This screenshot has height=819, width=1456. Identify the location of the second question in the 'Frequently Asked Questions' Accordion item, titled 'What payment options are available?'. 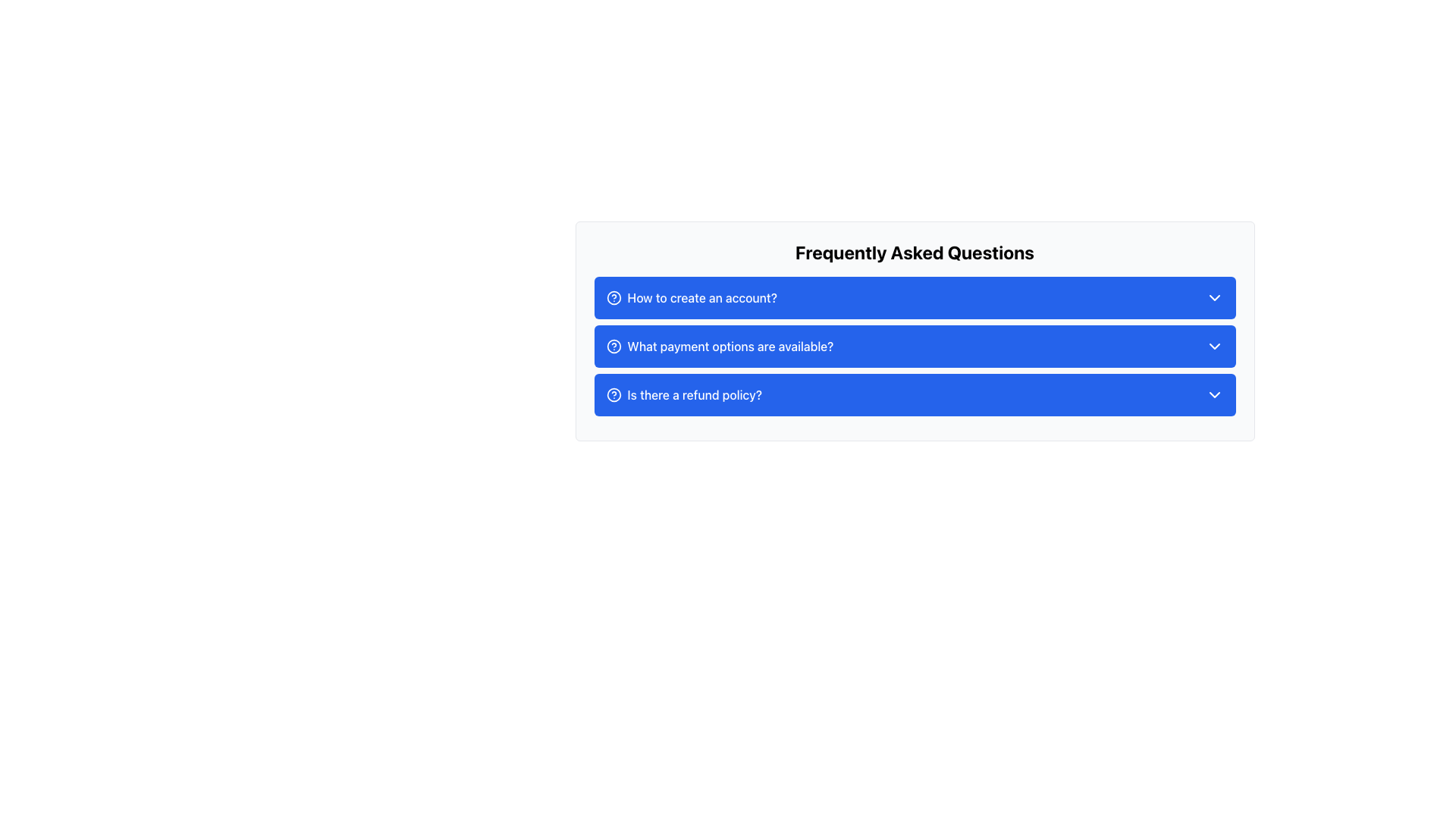
(914, 330).